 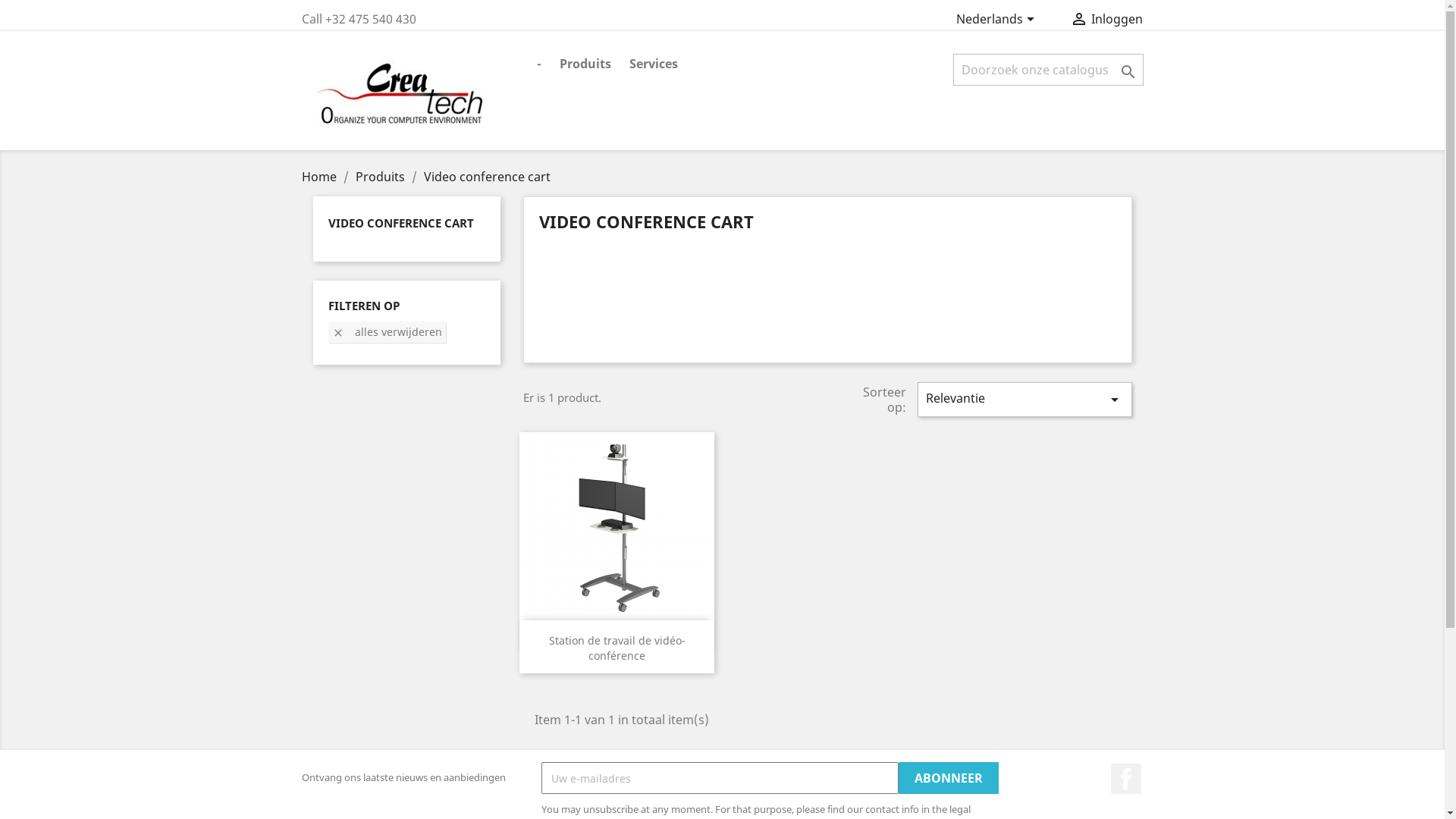 I want to click on 'Video conference cart', so click(x=486, y=175).